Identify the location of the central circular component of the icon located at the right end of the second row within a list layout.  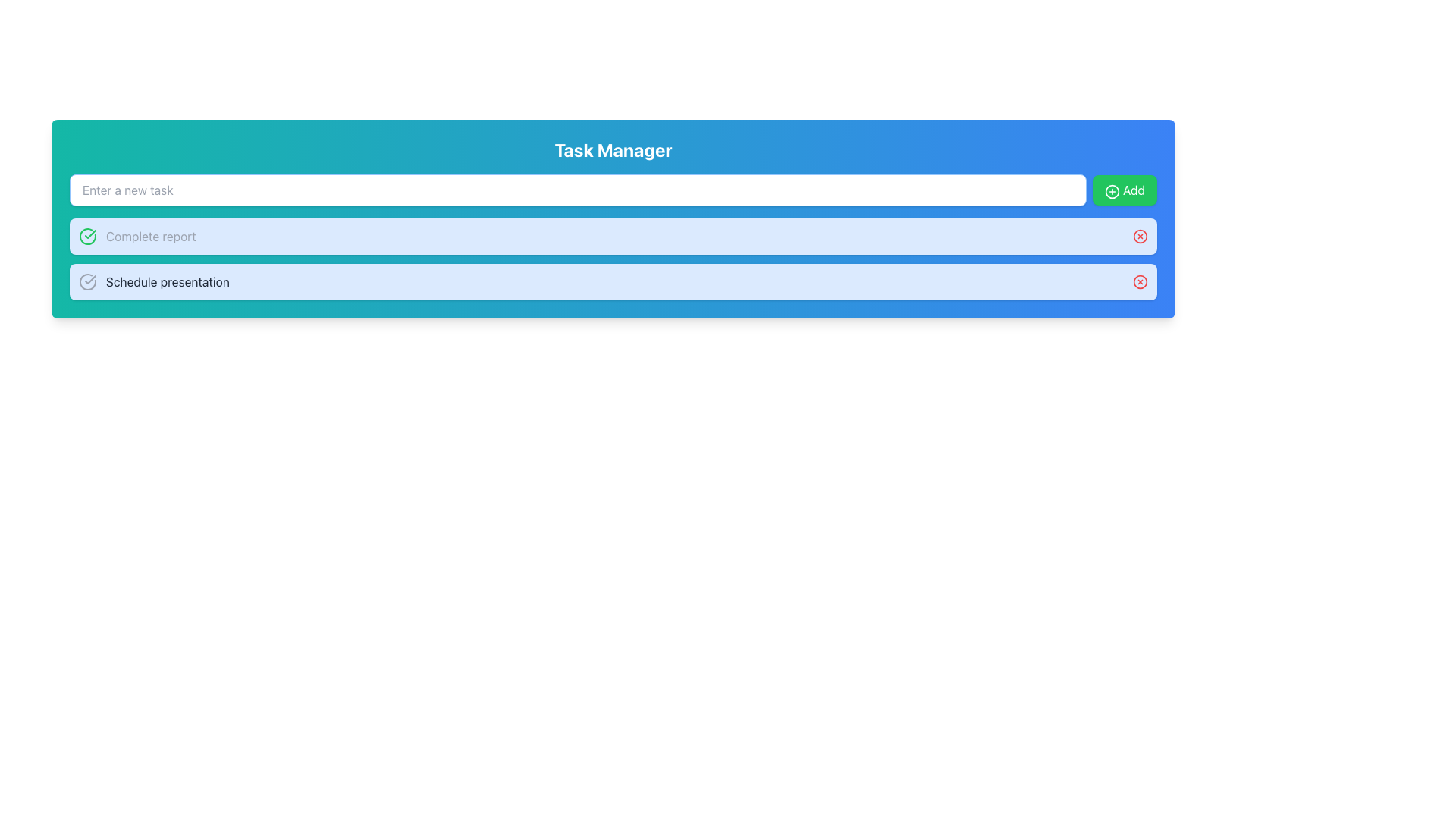
(1140, 281).